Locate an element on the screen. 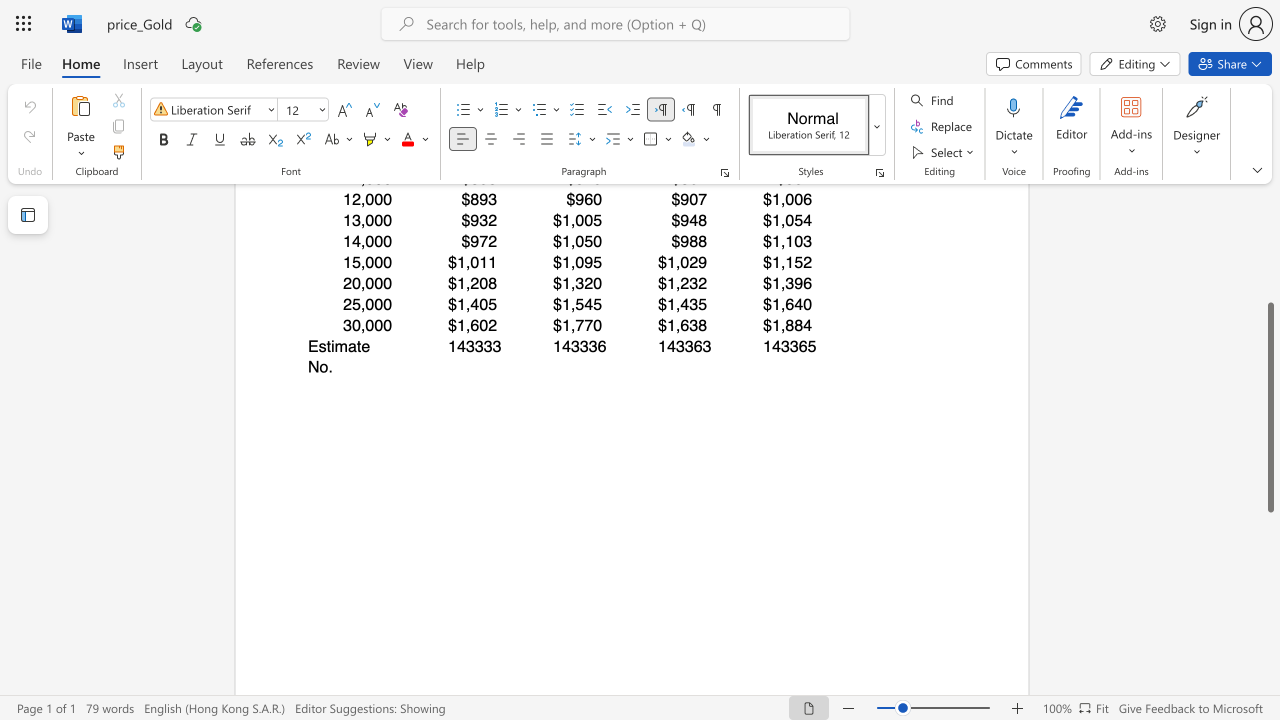  the scrollbar and move down 320 pixels is located at coordinates (1269, 406).